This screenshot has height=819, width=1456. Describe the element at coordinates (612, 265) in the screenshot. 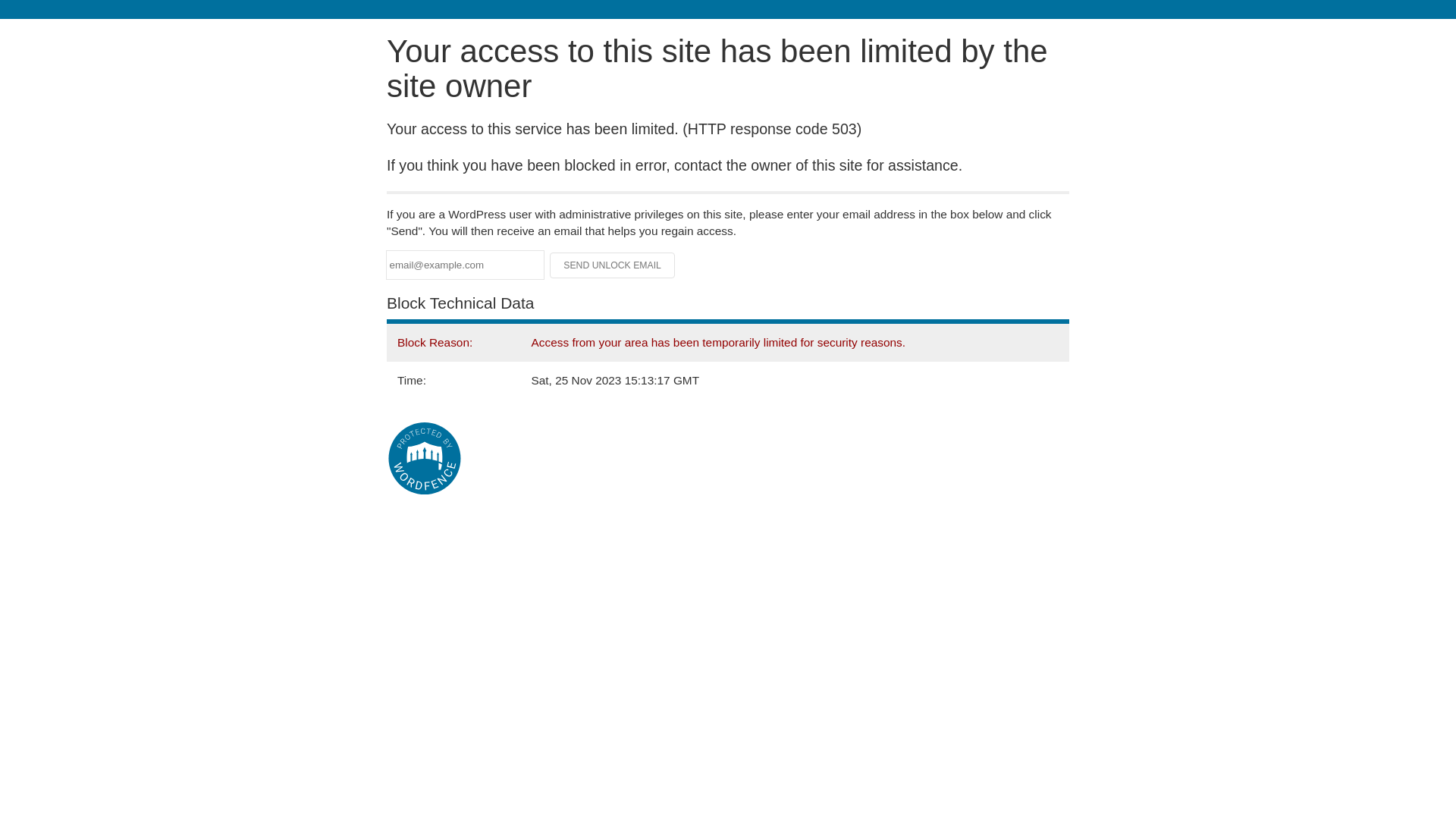

I see `'Send Unlock Email'` at that location.